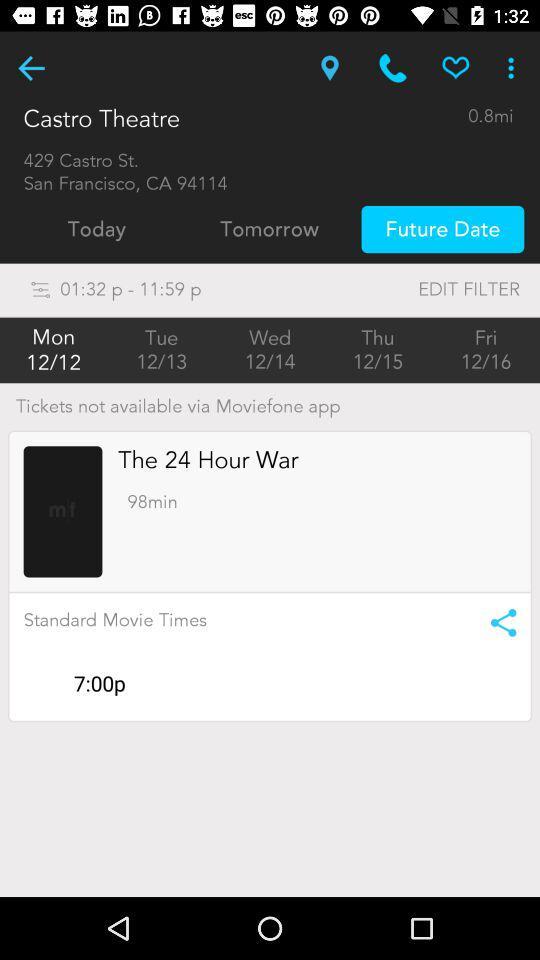  I want to click on information, so click(496, 621).